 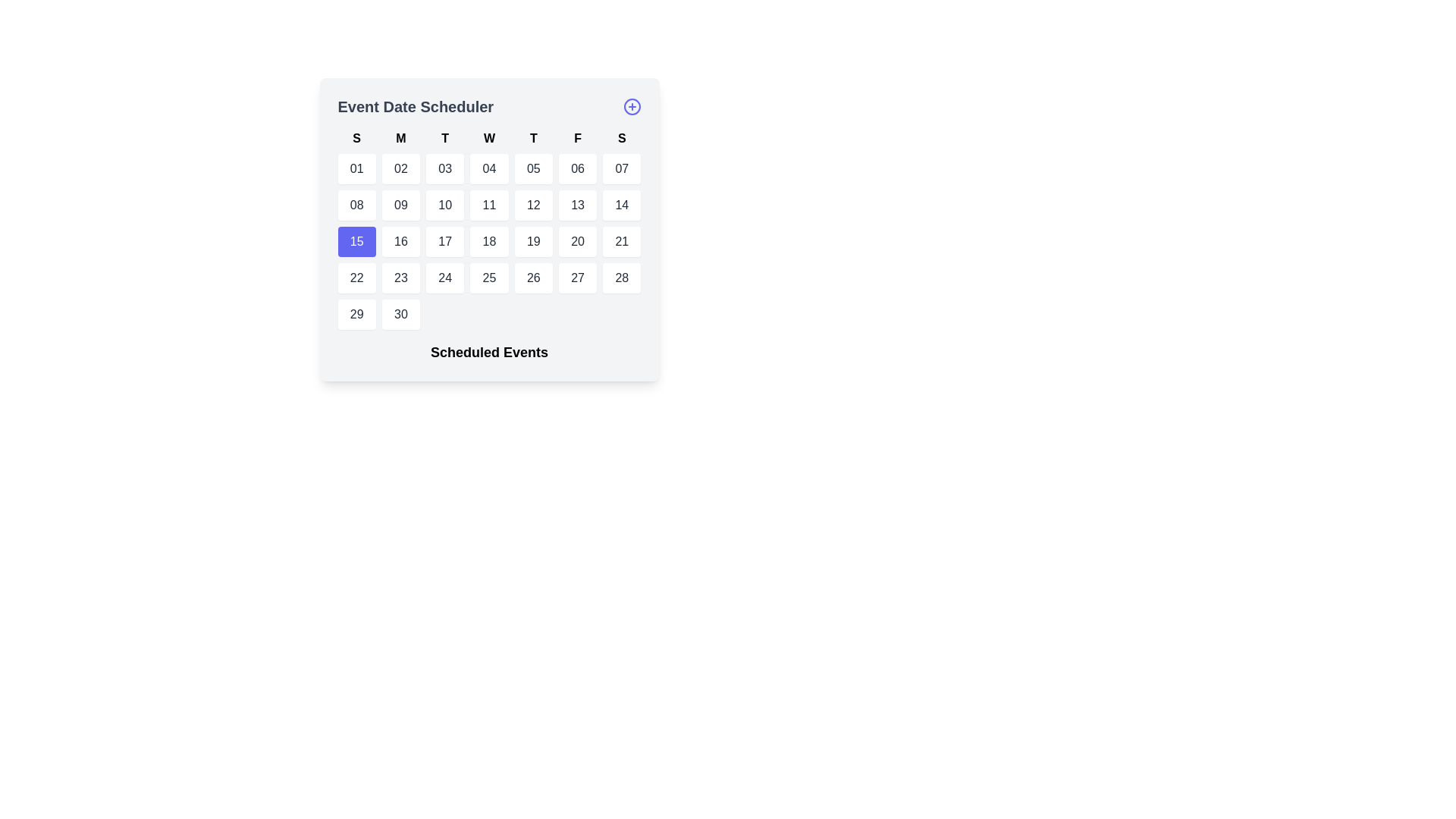 I want to click on the date selector button labeled '06' in the second row and sixth column of the calendar grid, so click(x=577, y=169).